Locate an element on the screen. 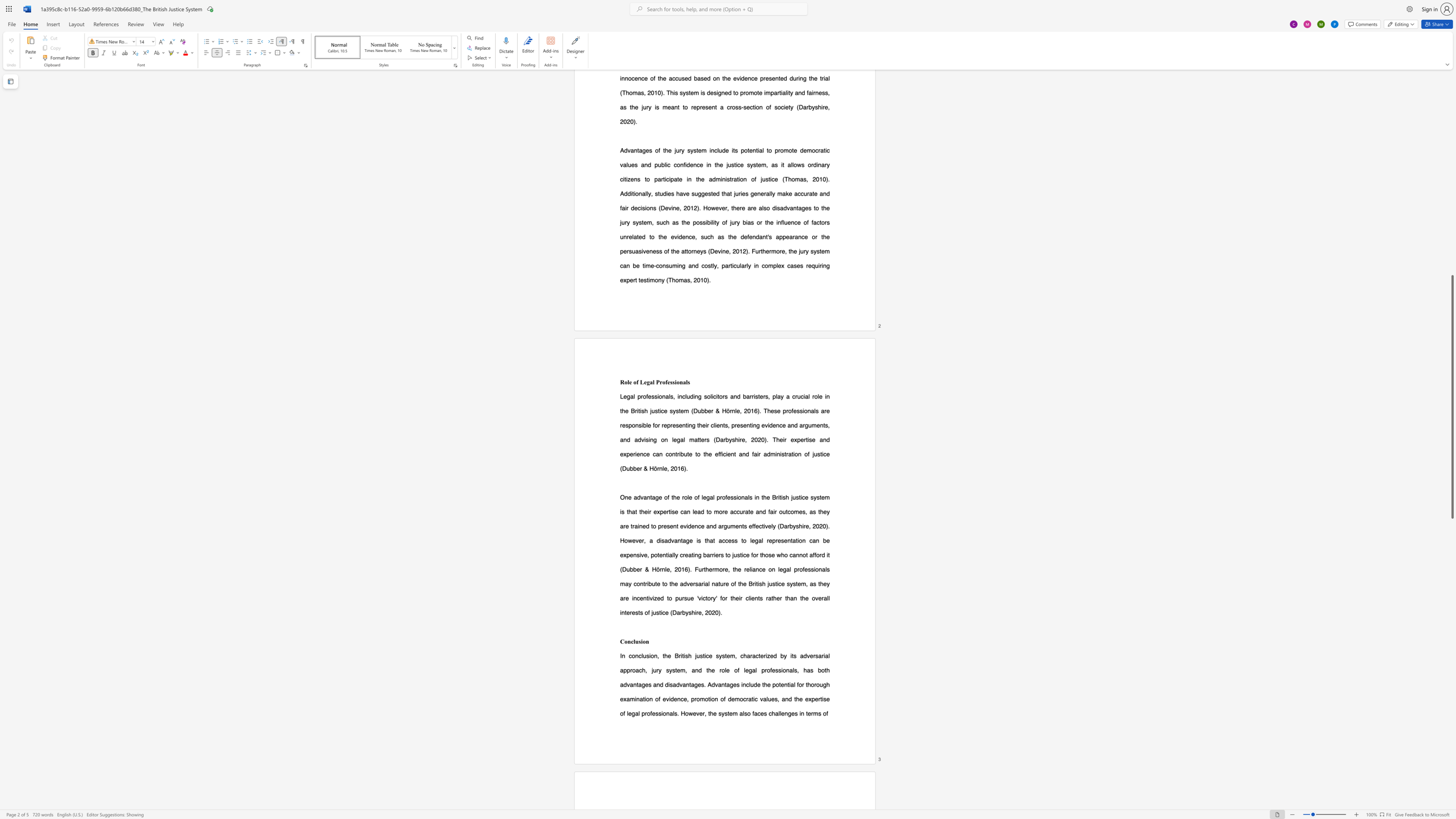 The width and height of the screenshot is (1456, 819). the scrollbar to move the page upward is located at coordinates (1451, 113).